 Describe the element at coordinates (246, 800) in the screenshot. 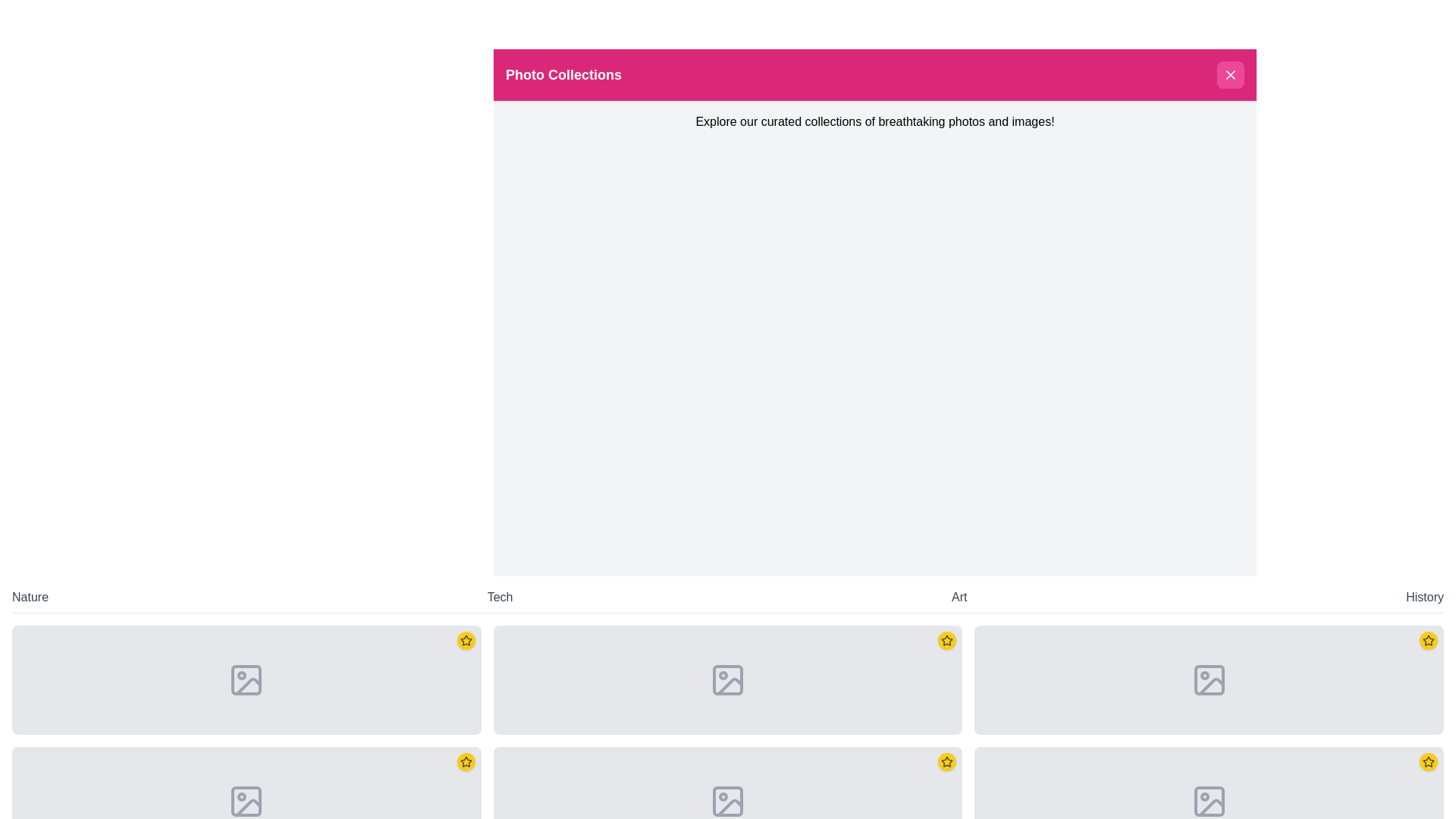

I see `the pale-gray rounded rectangle icon located second in its row below the 'Nature' label` at that location.